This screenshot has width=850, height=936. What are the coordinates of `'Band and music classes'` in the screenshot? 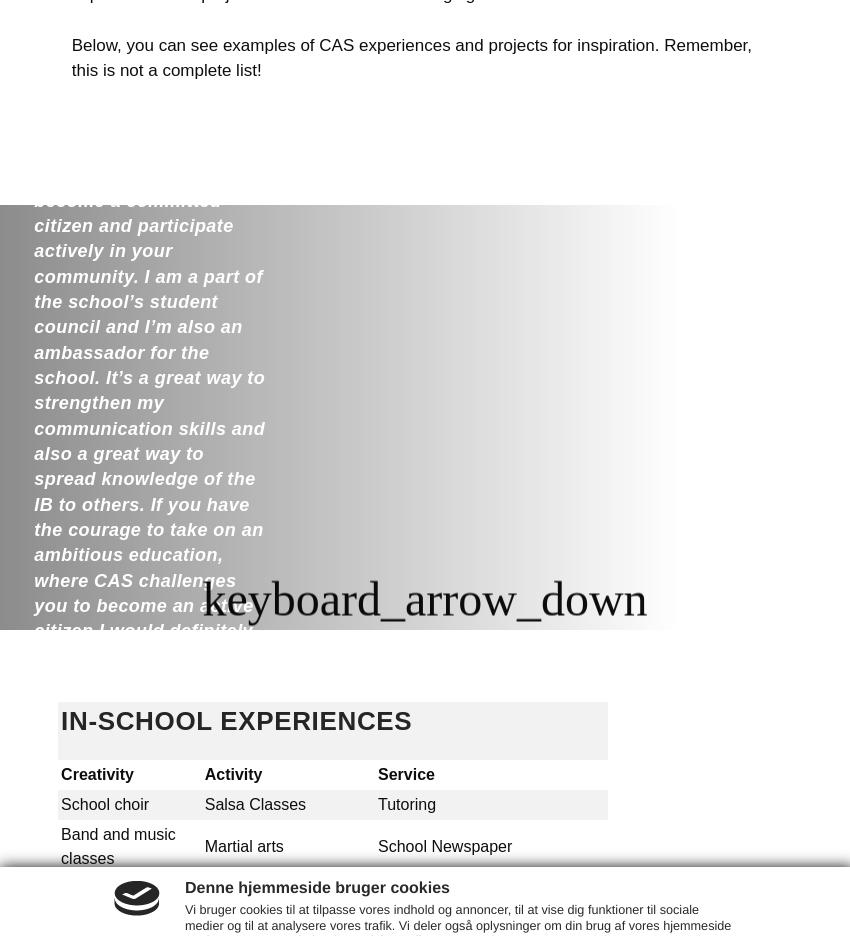 It's located at (117, 846).